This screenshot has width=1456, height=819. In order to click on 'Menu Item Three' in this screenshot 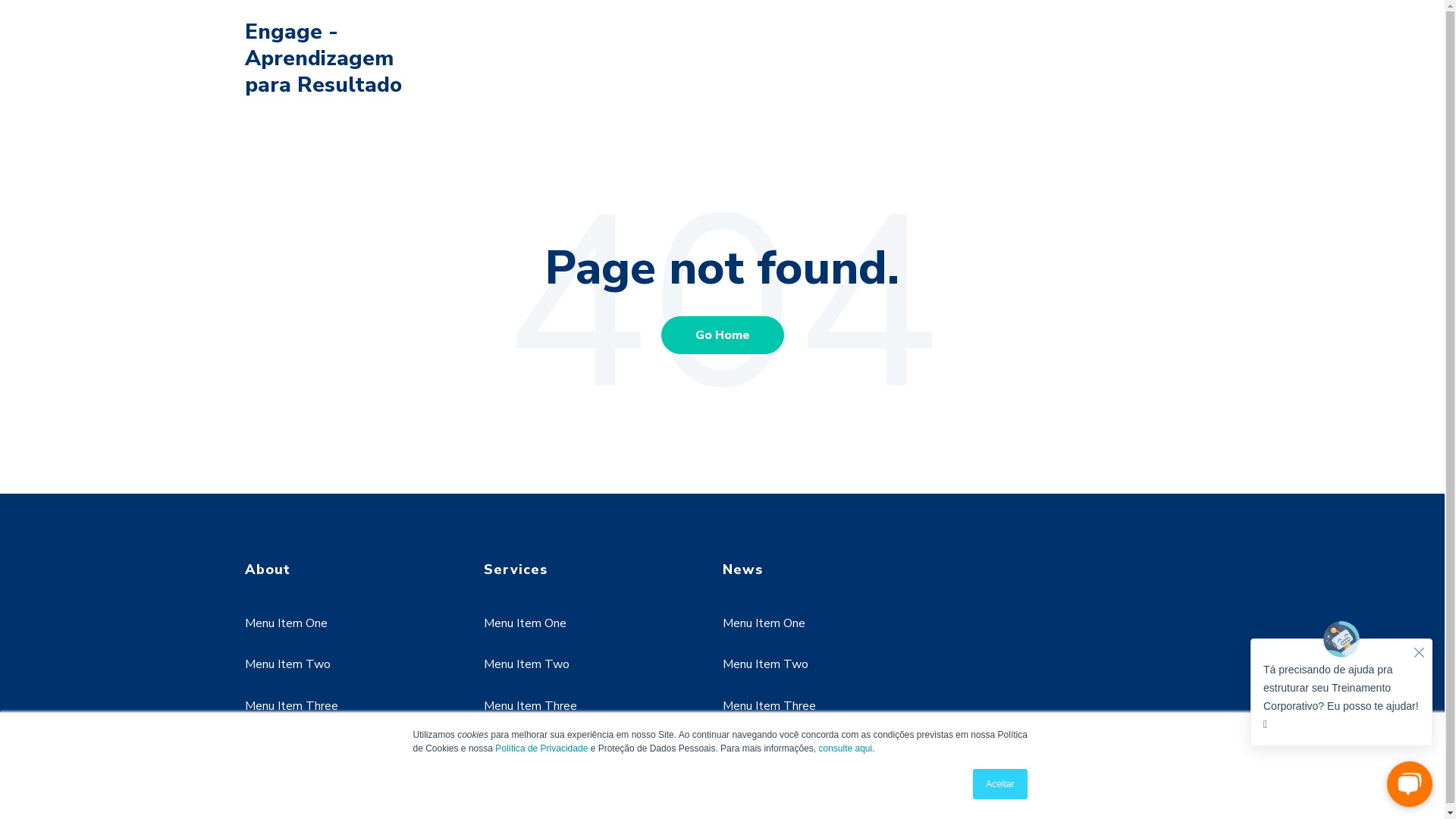, I will do `click(290, 705)`.